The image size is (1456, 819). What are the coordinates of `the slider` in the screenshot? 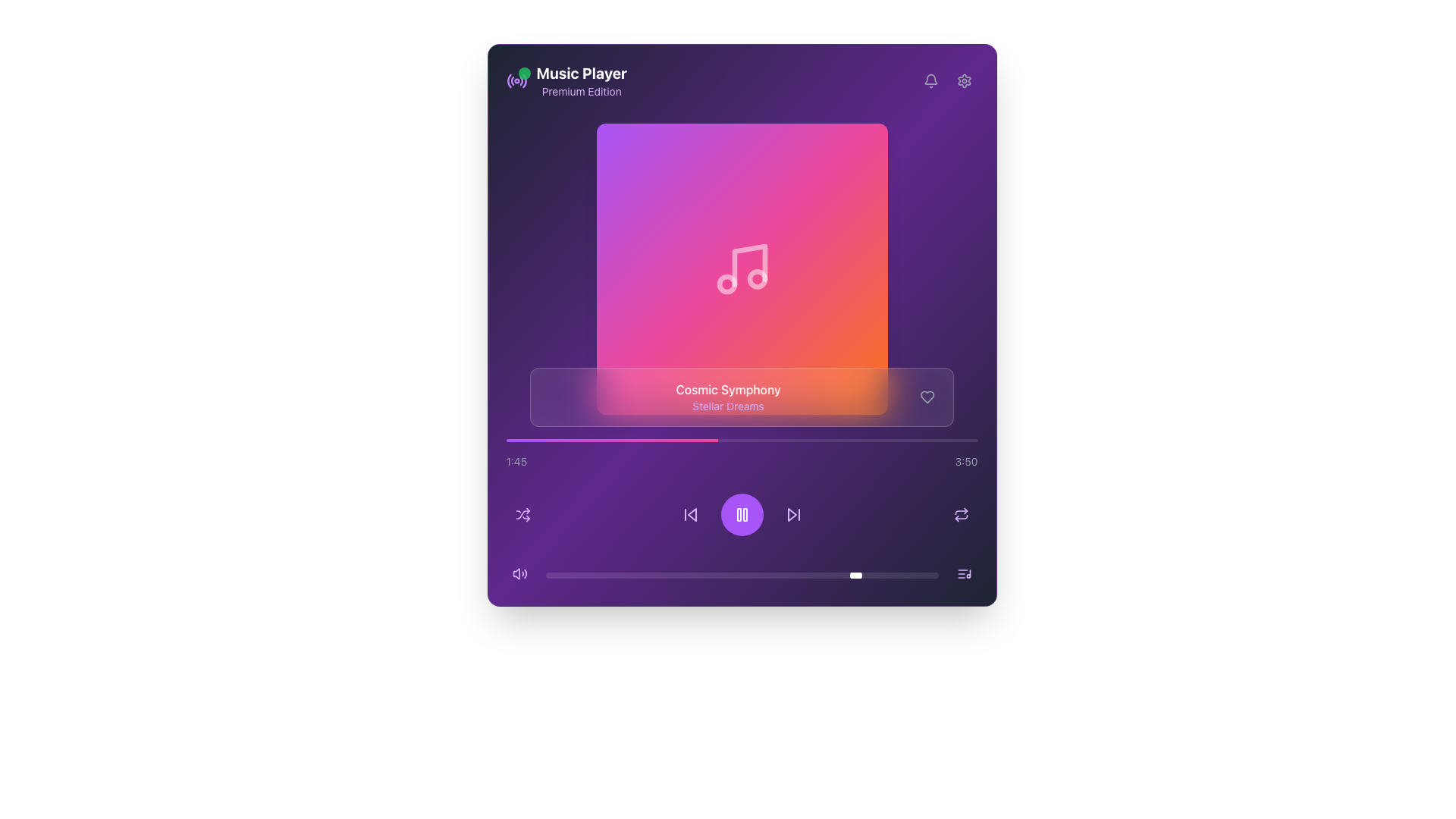 It's located at (628, 576).